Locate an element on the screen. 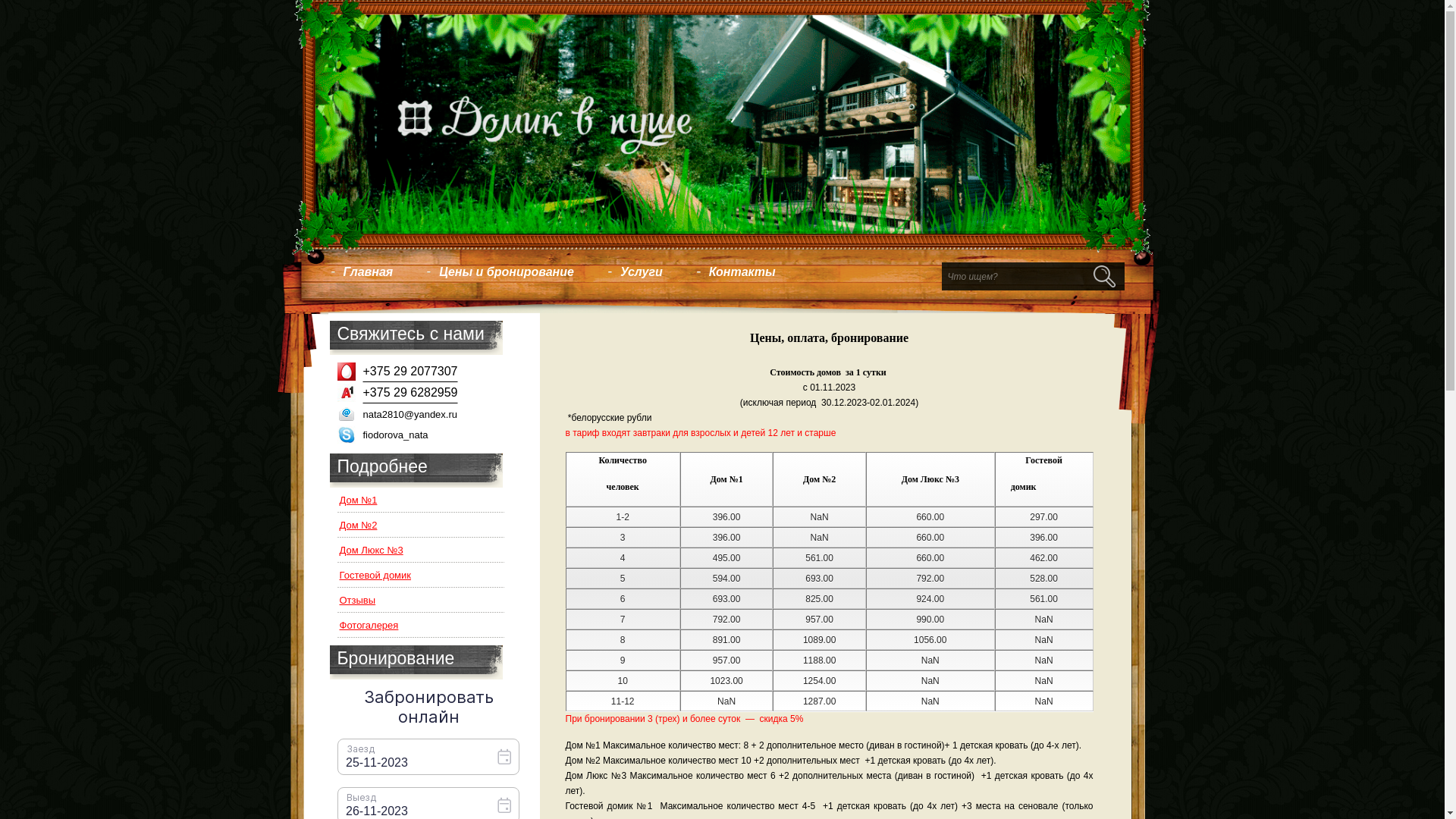 This screenshot has width=1456, height=819. '+375 29 2077307' is located at coordinates (406, 376).